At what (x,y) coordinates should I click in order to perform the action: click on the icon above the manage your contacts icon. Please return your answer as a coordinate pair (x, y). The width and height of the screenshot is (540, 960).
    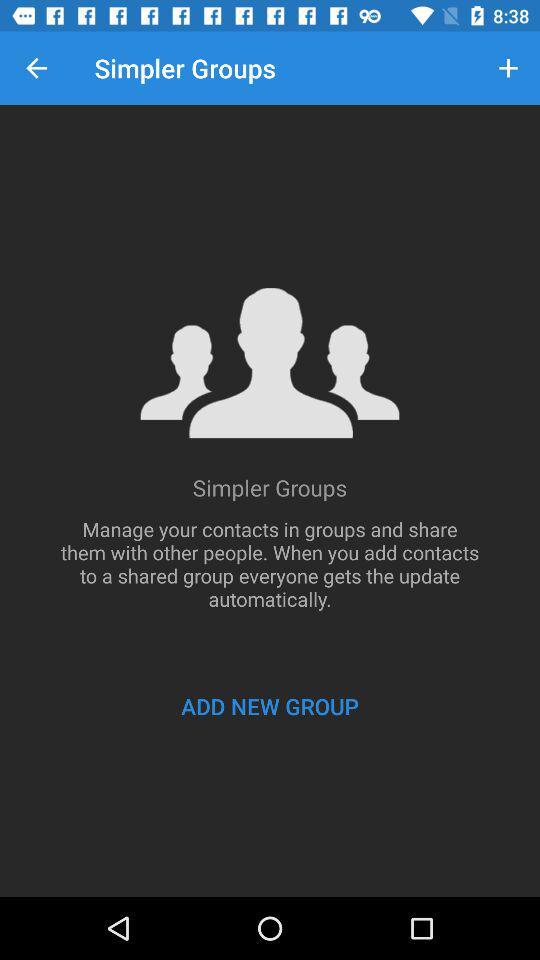
    Looking at the image, I should click on (508, 68).